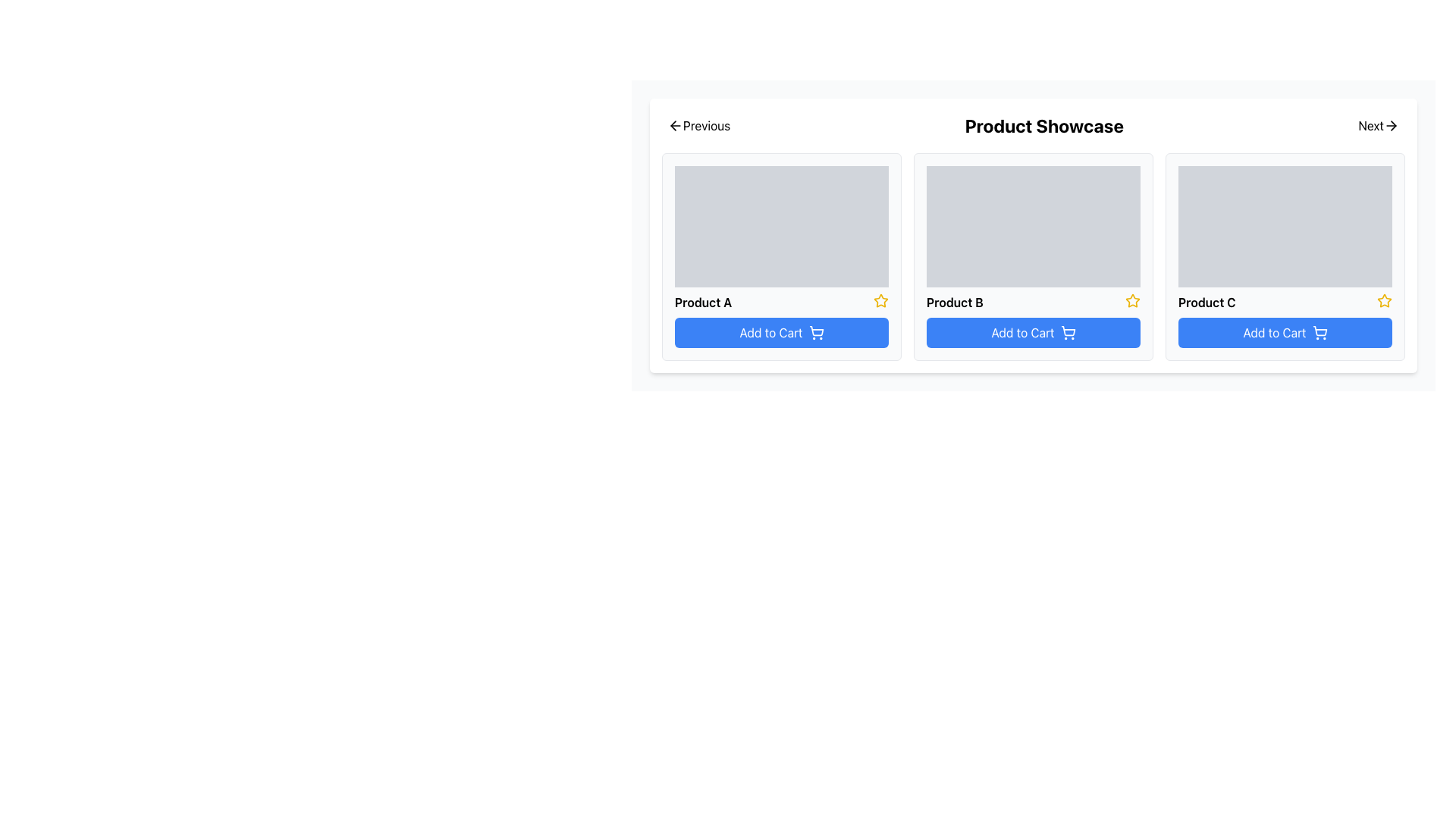 This screenshot has width=1456, height=819. Describe the element at coordinates (815, 330) in the screenshot. I see `the central portion of the shopping cart icon located within the blue 'Add to Cart' button, which is adjacent to the text 'Add to Cart' and positioned below 'Product A' in a three-column product grid` at that location.